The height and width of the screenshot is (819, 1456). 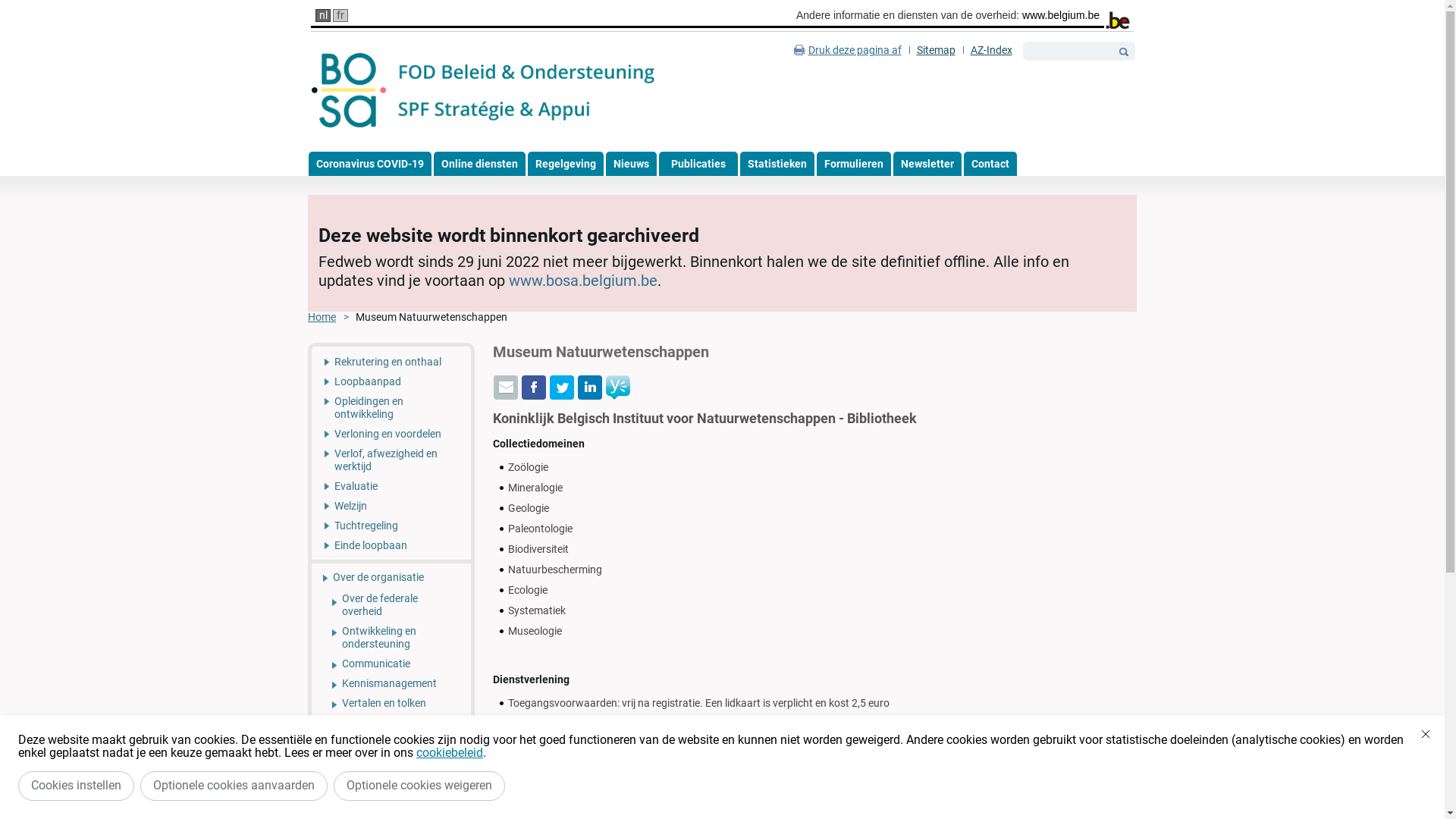 I want to click on 'nl', so click(x=315, y=15).